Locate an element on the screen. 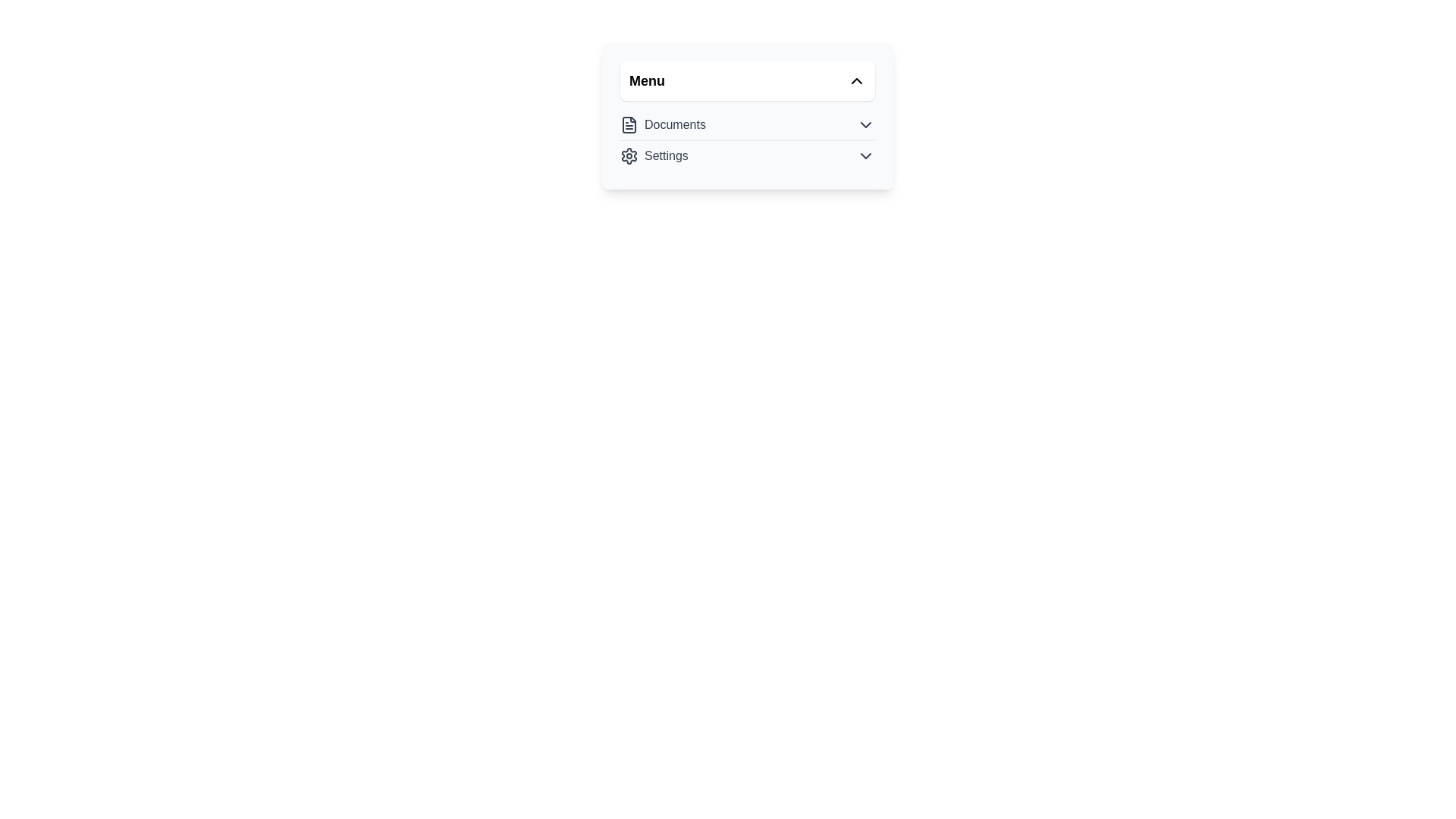 The image size is (1456, 819). the 'Settings' menu item located within the dropdown menu under 'Menu' is located at coordinates (747, 155).